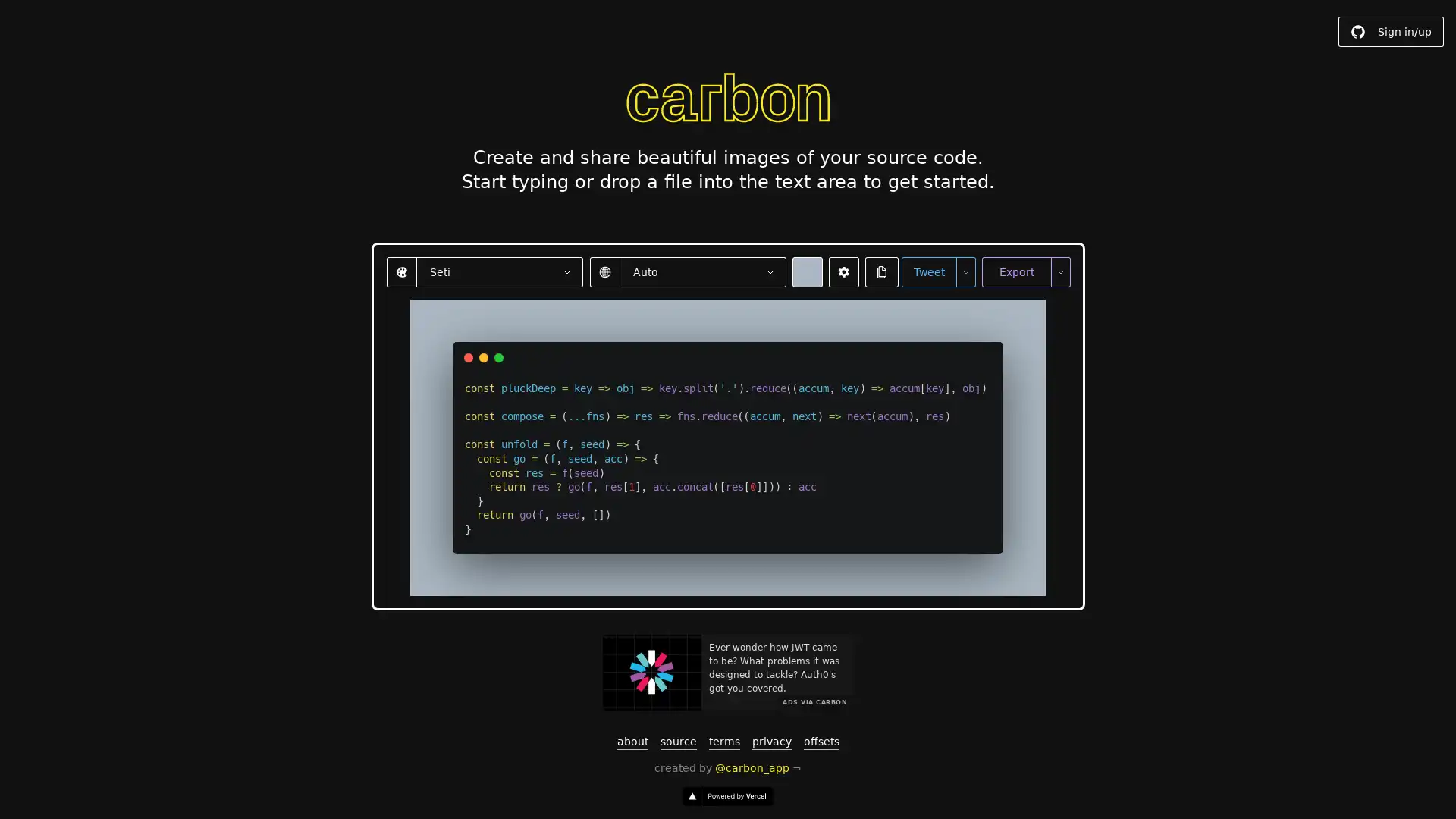  Describe the element at coordinates (1059, 271) in the screenshot. I see `Export menu dropdown` at that location.